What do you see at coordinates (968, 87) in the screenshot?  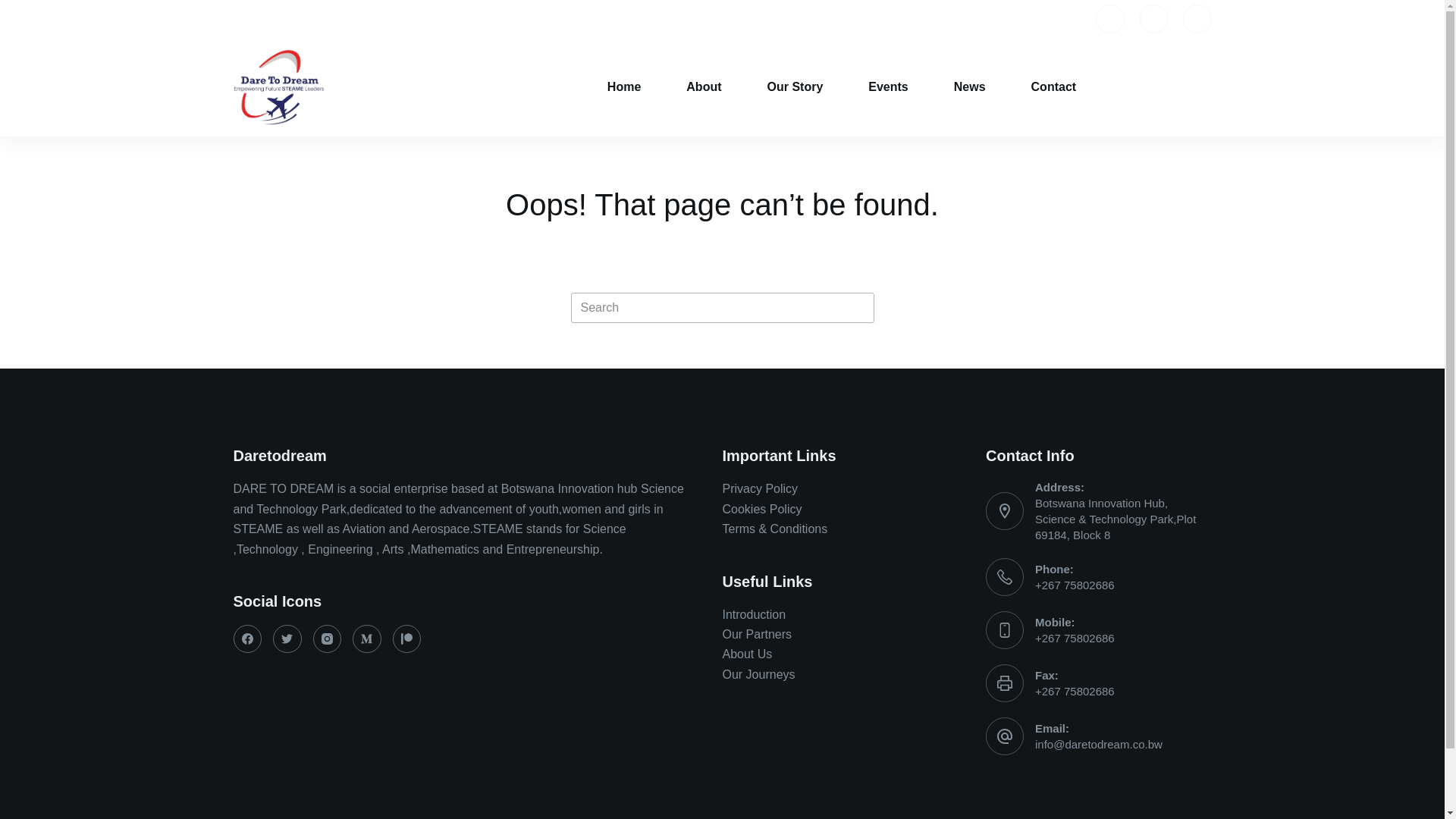 I see `'News'` at bounding box center [968, 87].